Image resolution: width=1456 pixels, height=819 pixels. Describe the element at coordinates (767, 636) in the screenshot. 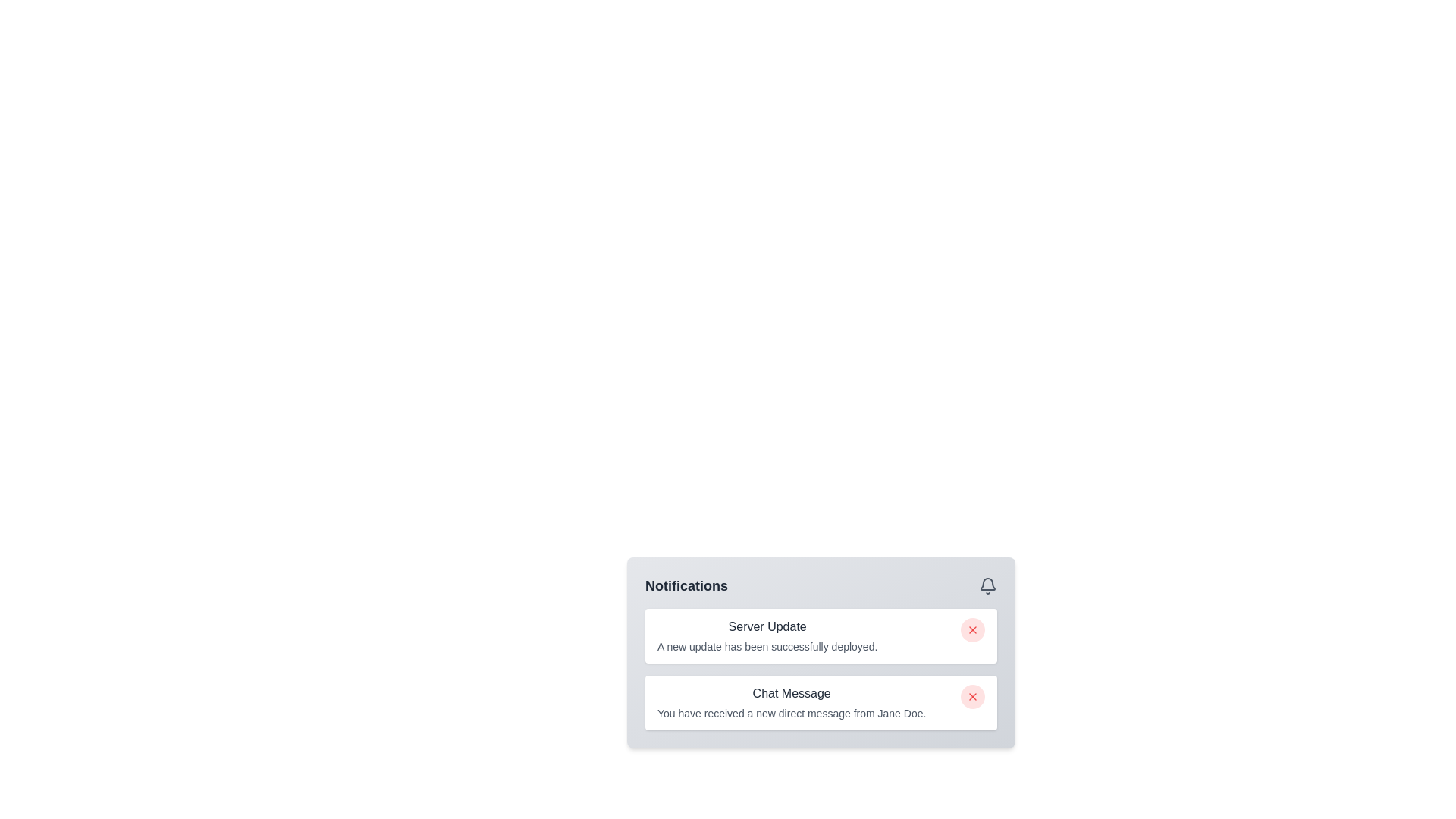

I see `text displayed in the notification panel titled 'Server Update', which contains a description about a new update being deployed` at that location.